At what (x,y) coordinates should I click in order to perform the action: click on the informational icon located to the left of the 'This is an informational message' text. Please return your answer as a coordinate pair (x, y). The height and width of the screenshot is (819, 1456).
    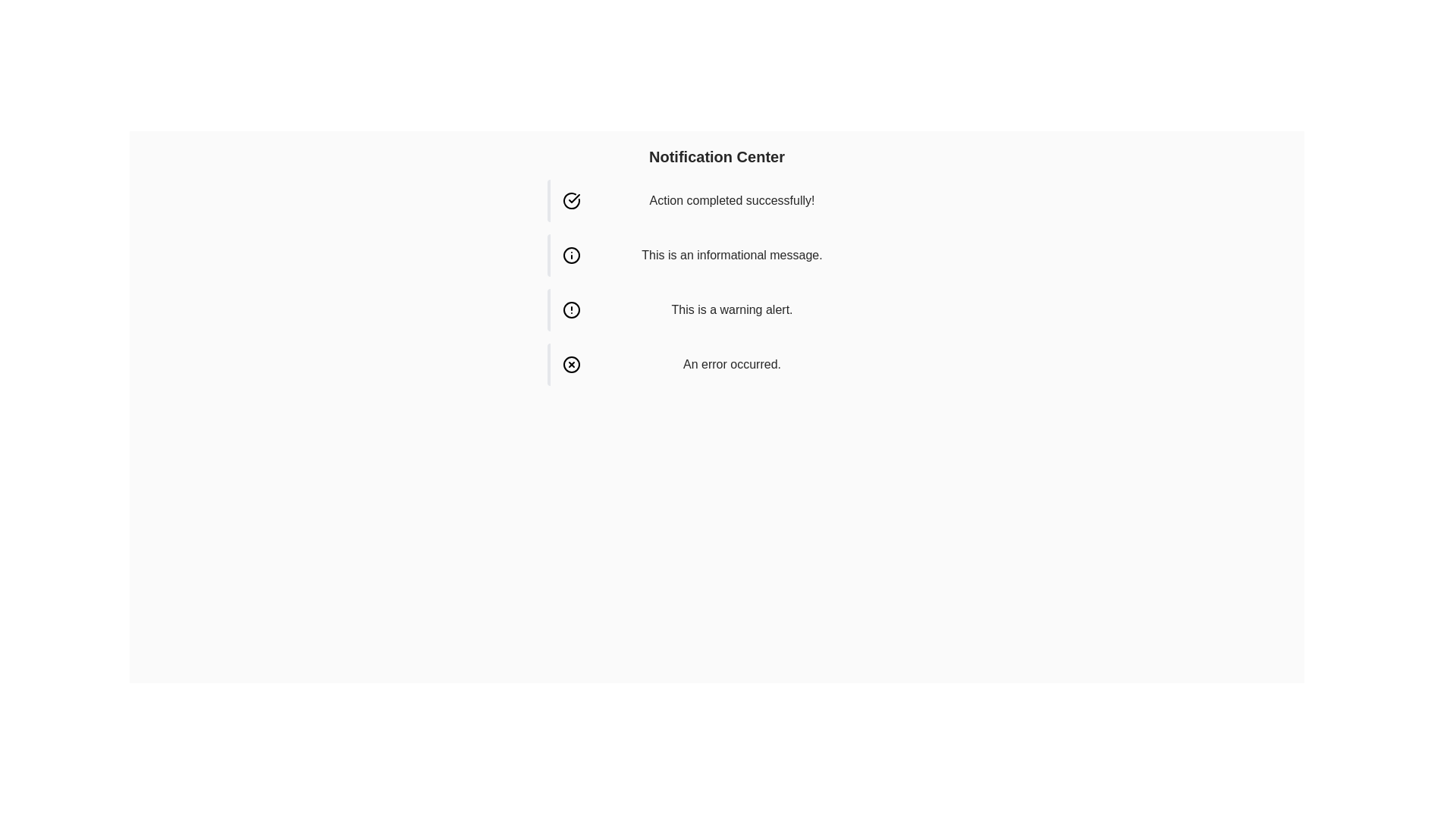
    Looking at the image, I should click on (570, 254).